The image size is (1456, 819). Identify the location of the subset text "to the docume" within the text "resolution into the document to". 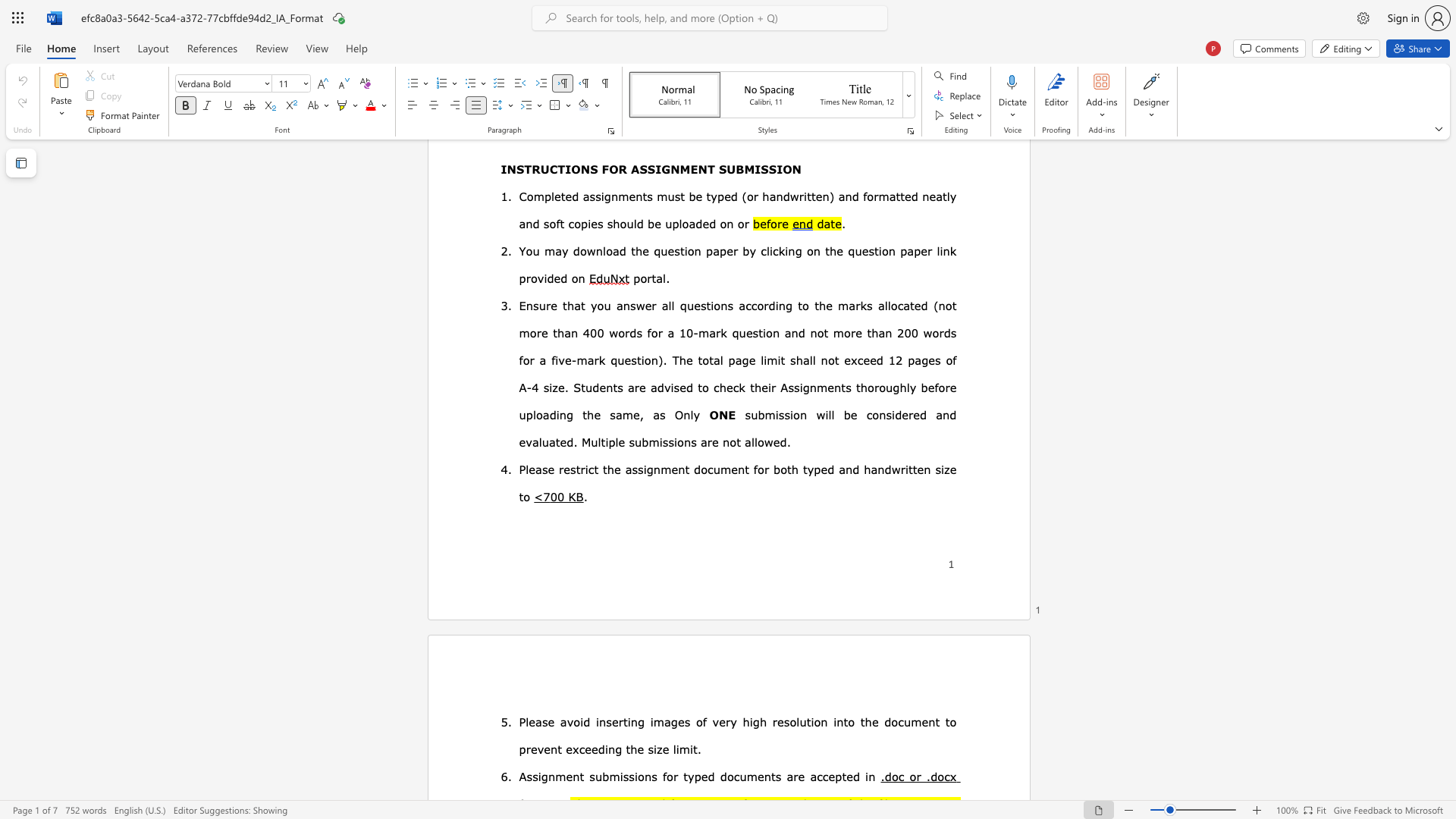
(843, 721).